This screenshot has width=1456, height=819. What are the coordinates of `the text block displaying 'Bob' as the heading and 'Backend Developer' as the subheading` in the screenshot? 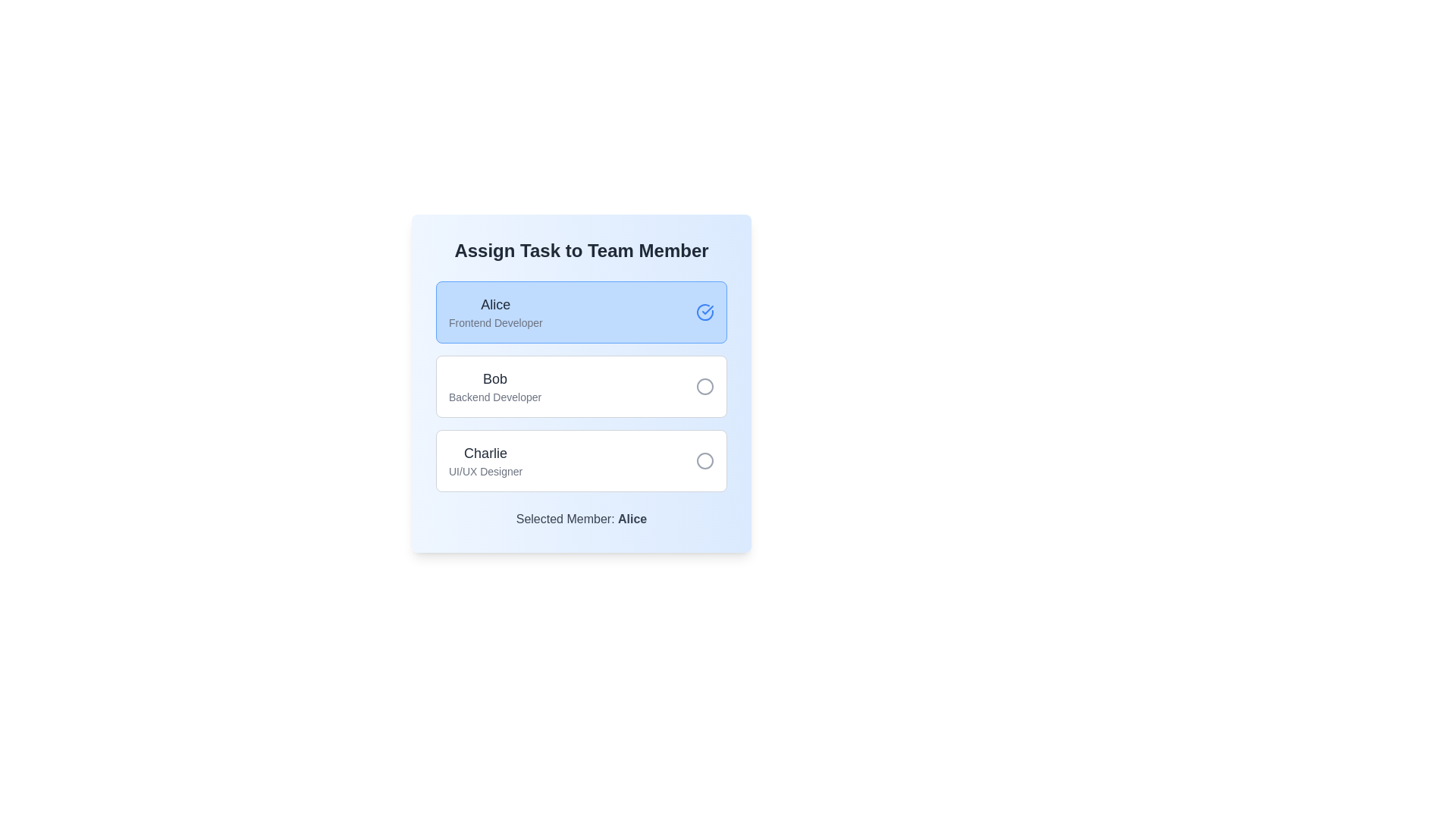 It's located at (495, 385).